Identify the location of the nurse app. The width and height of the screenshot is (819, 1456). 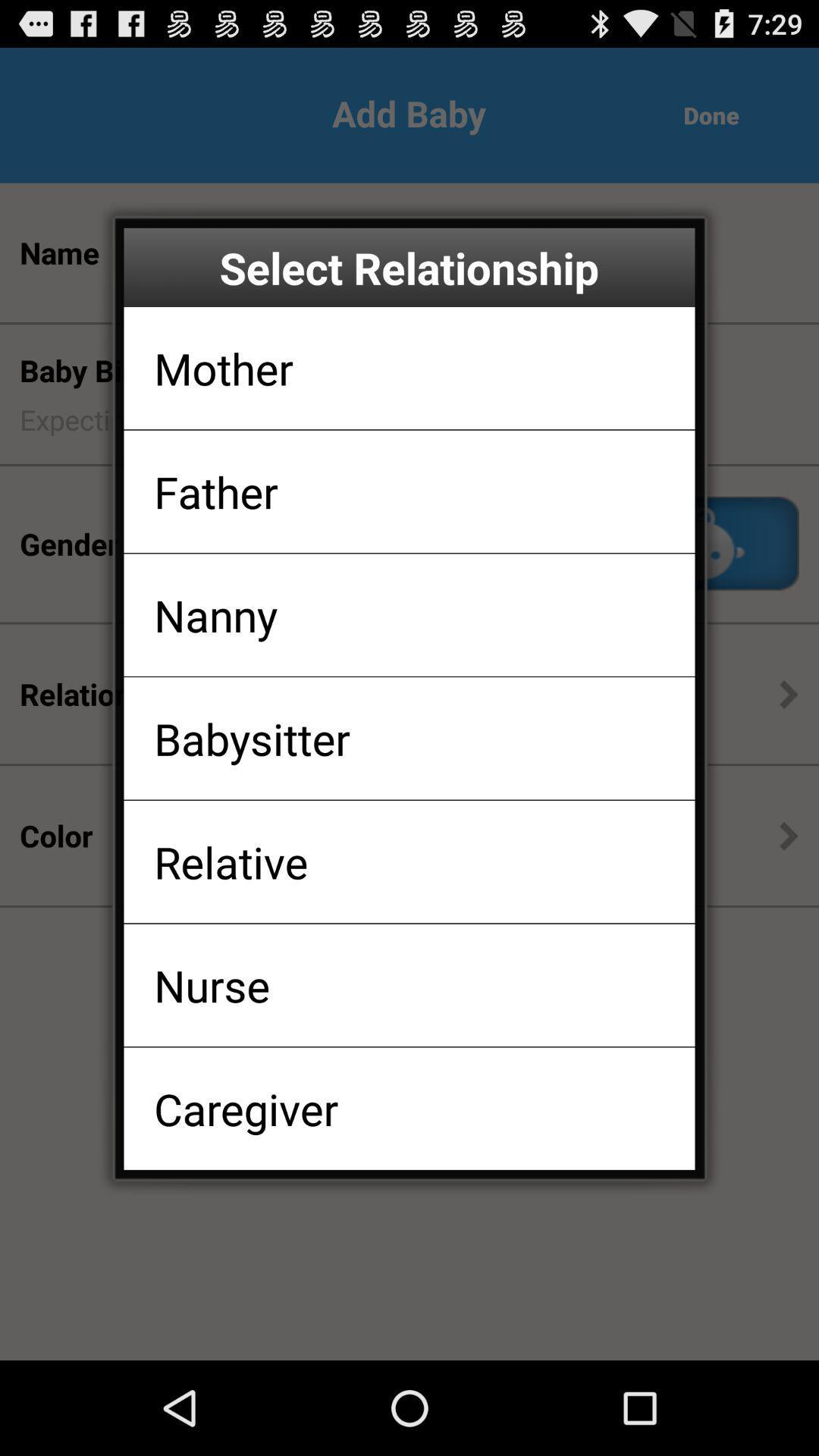
(212, 985).